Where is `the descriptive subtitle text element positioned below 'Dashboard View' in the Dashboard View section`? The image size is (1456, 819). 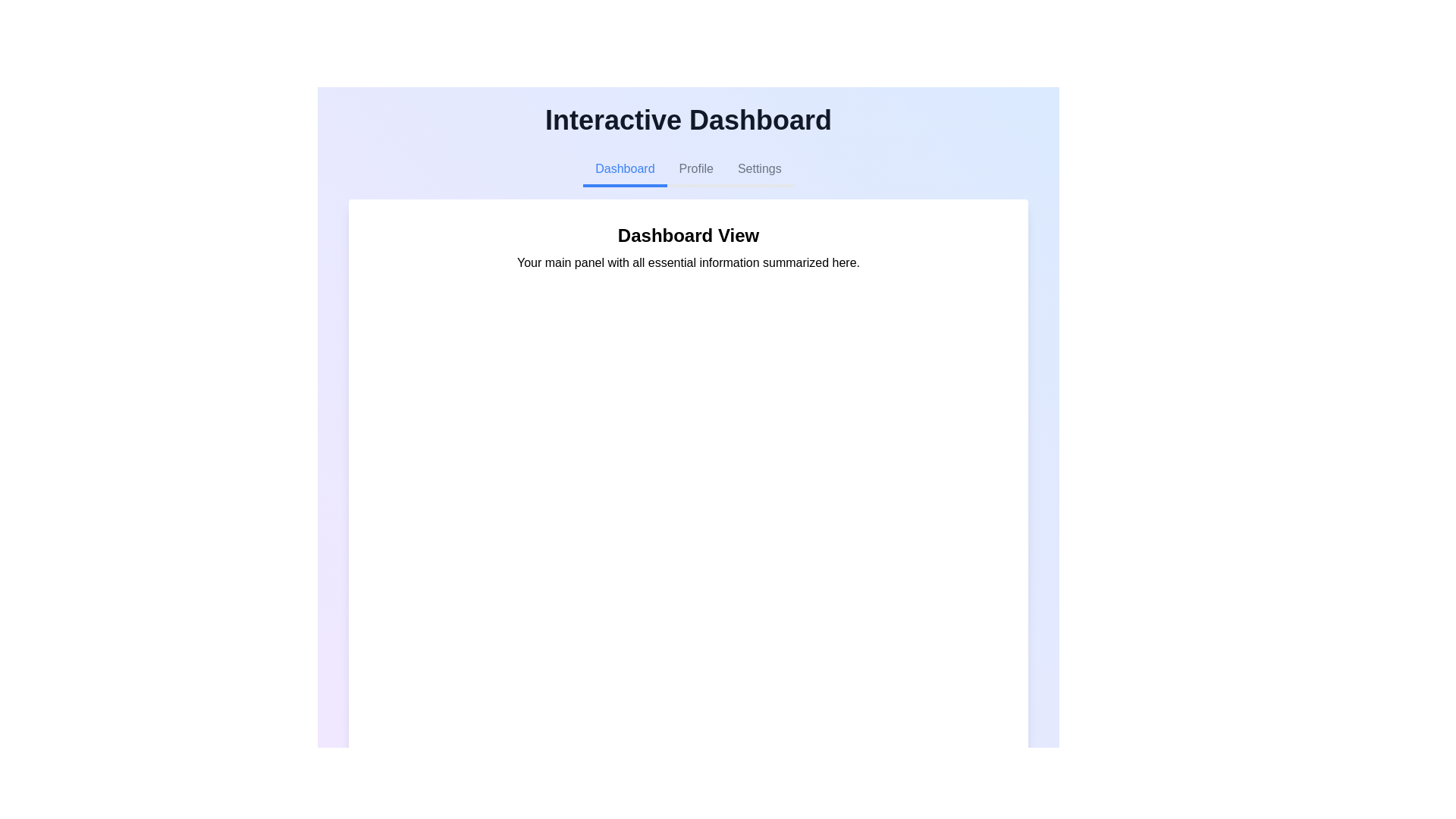
the descriptive subtitle text element positioned below 'Dashboard View' in the Dashboard View section is located at coordinates (687, 262).